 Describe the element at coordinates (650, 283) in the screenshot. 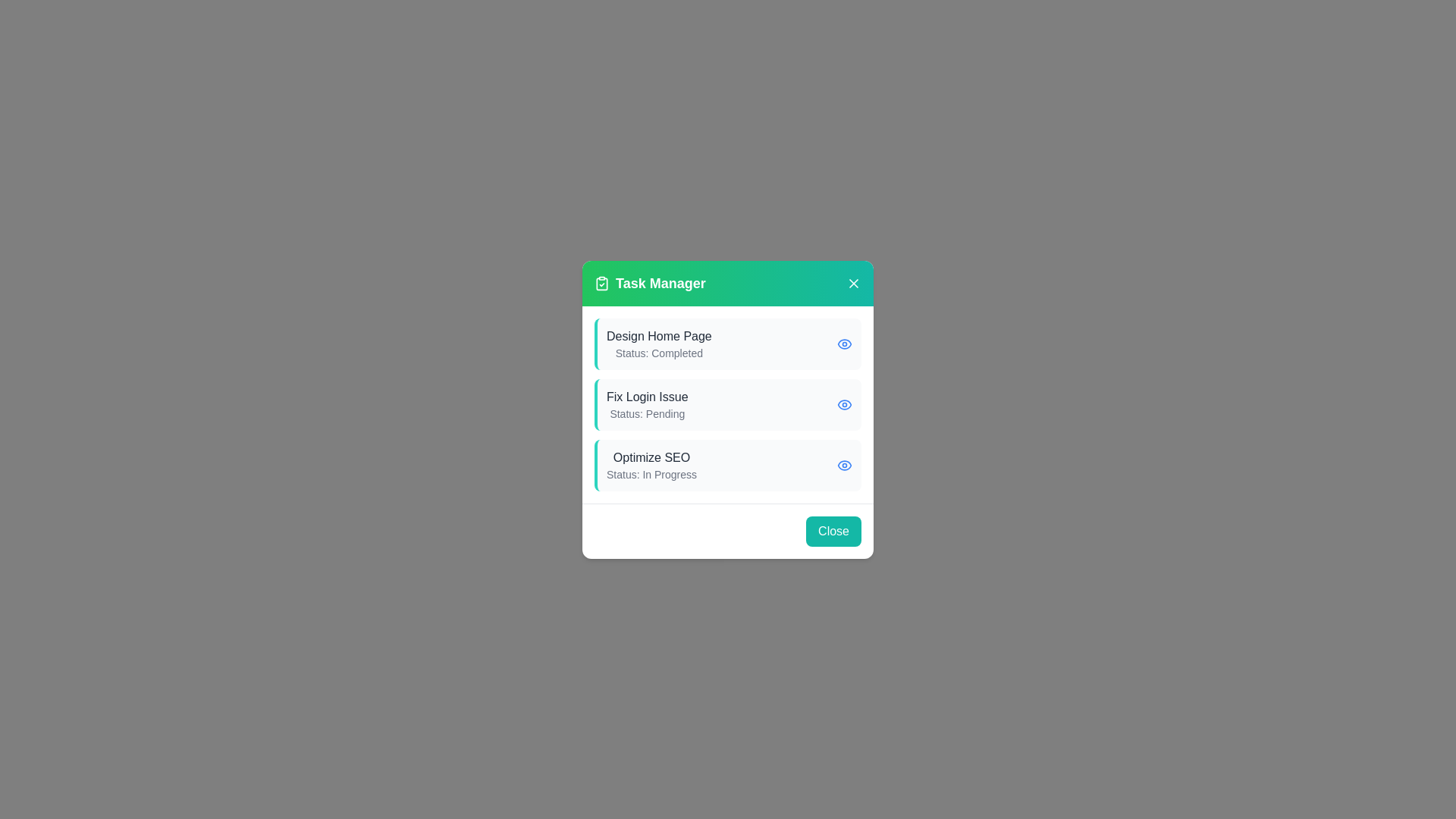

I see `the 'Task Manager' heading with the clipboard icon, which is styled with white text on a green gradient background, located at the top-left corner of the header bar in the modal window` at that location.